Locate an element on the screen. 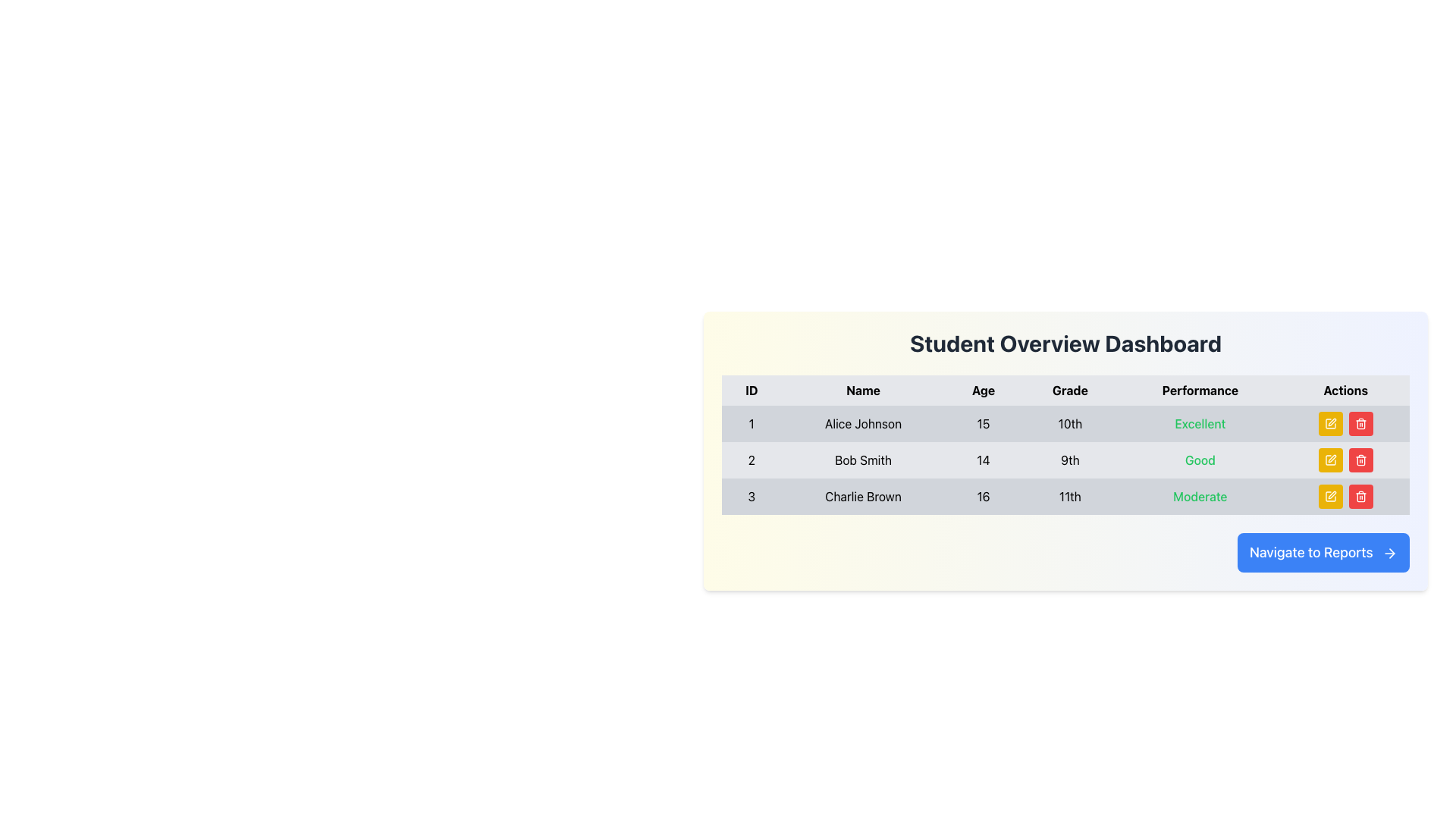 This screenshot has height=819, width=1456. the table cell located in the first column of the third row, which serves as an identifier for the entry is located at coordinates (751, 497).